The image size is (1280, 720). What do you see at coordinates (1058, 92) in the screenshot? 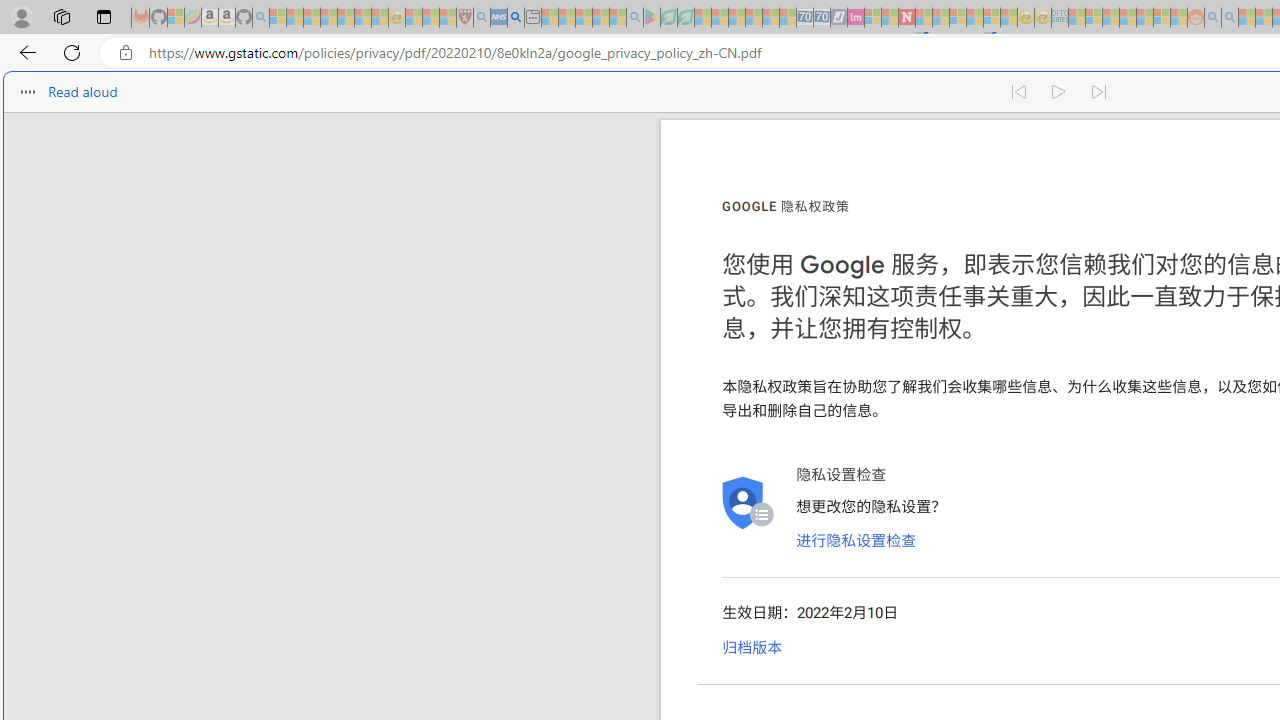
I see `'Continue to read aloud (Ctrl+Shift+U)'` at bounding box center [1058, 92].